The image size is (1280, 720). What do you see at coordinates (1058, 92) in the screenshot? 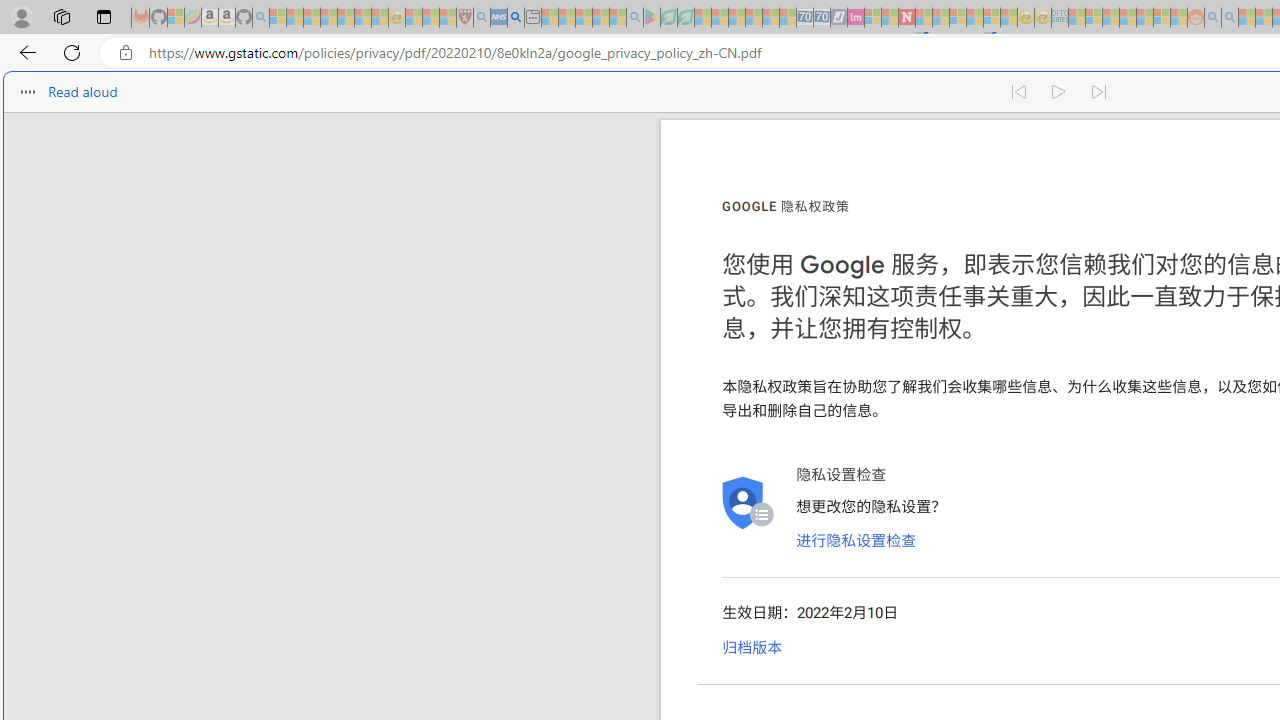
I see `'Continue to read aloud (Ctrl+Shift+U)'` at bounding box center [1058, 92].